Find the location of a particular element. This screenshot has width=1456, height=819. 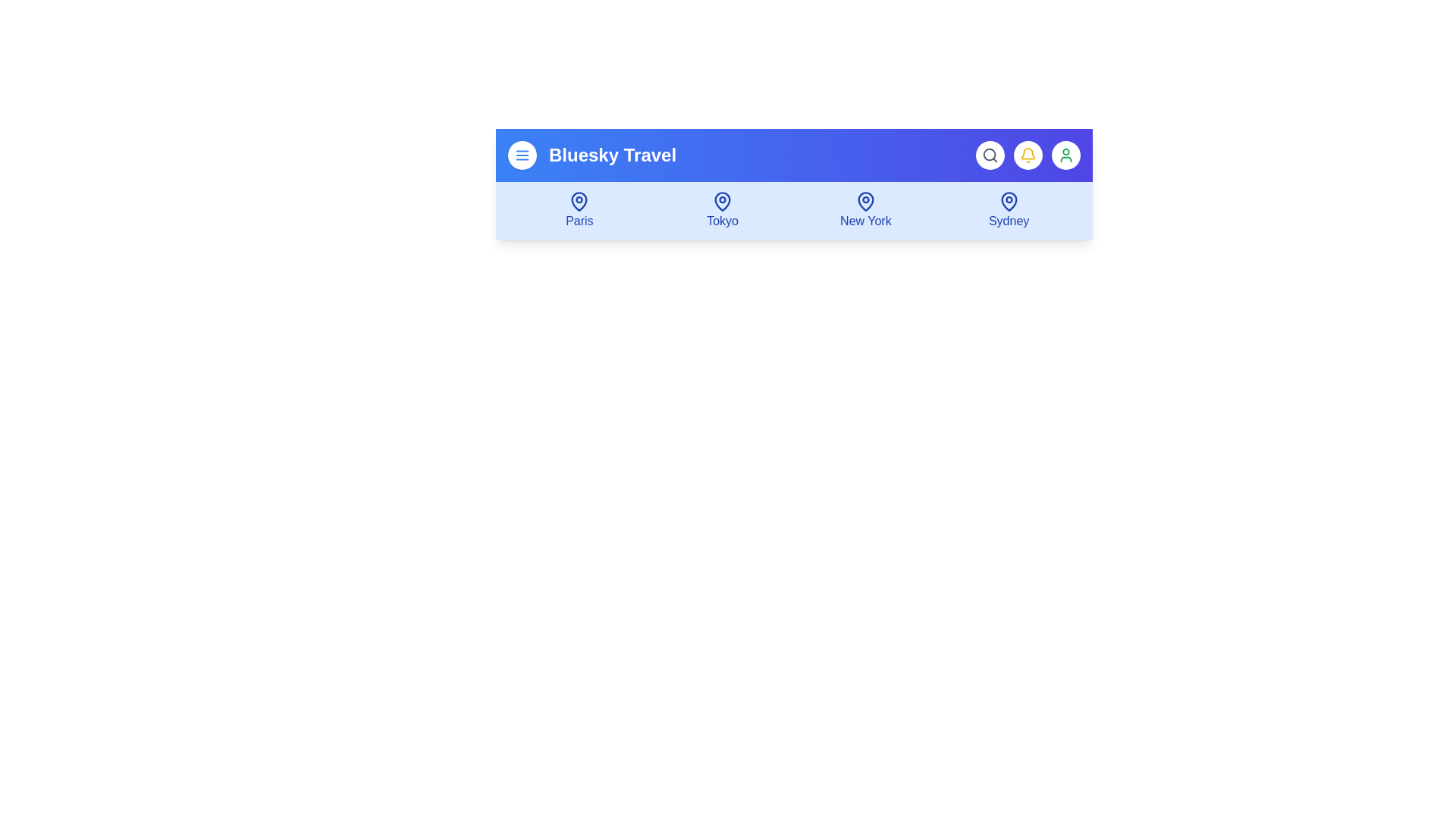

the 'User Profile' button is located at coordinates (1065, 155).